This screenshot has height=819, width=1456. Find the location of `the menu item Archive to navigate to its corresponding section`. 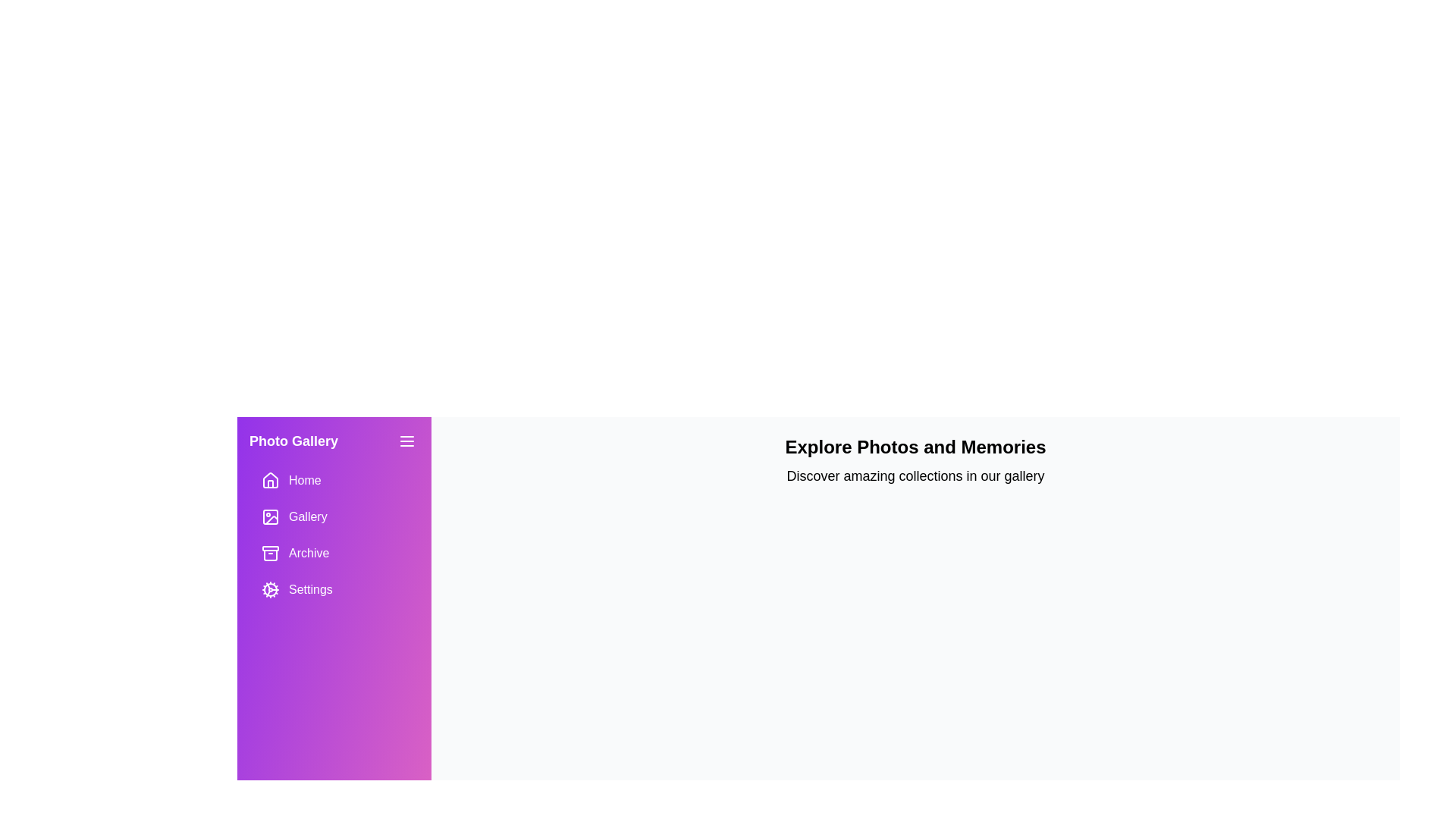

the menu item Archive to navigate to its corresponding section is located at coordinates (334, 553).